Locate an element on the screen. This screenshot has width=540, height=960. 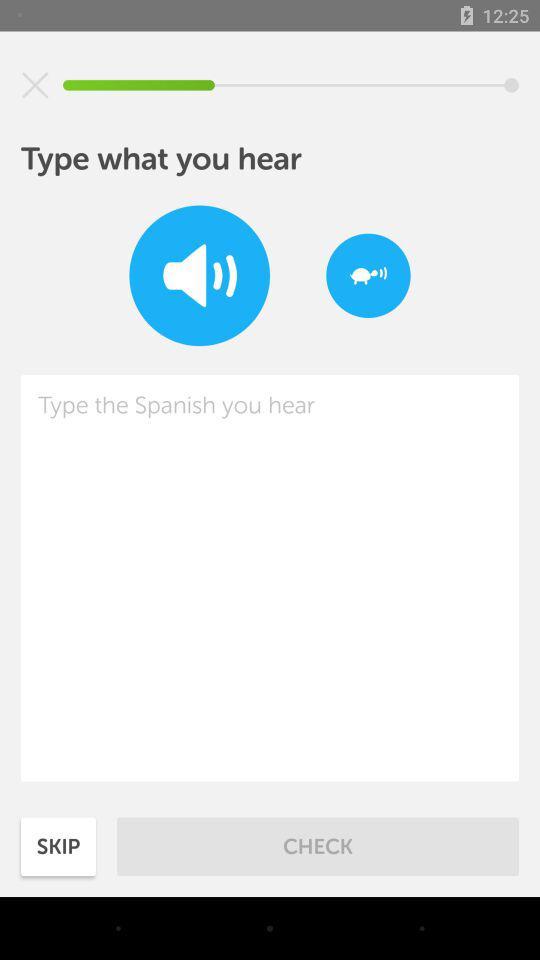
check icon is located at coordinates (318, 845).